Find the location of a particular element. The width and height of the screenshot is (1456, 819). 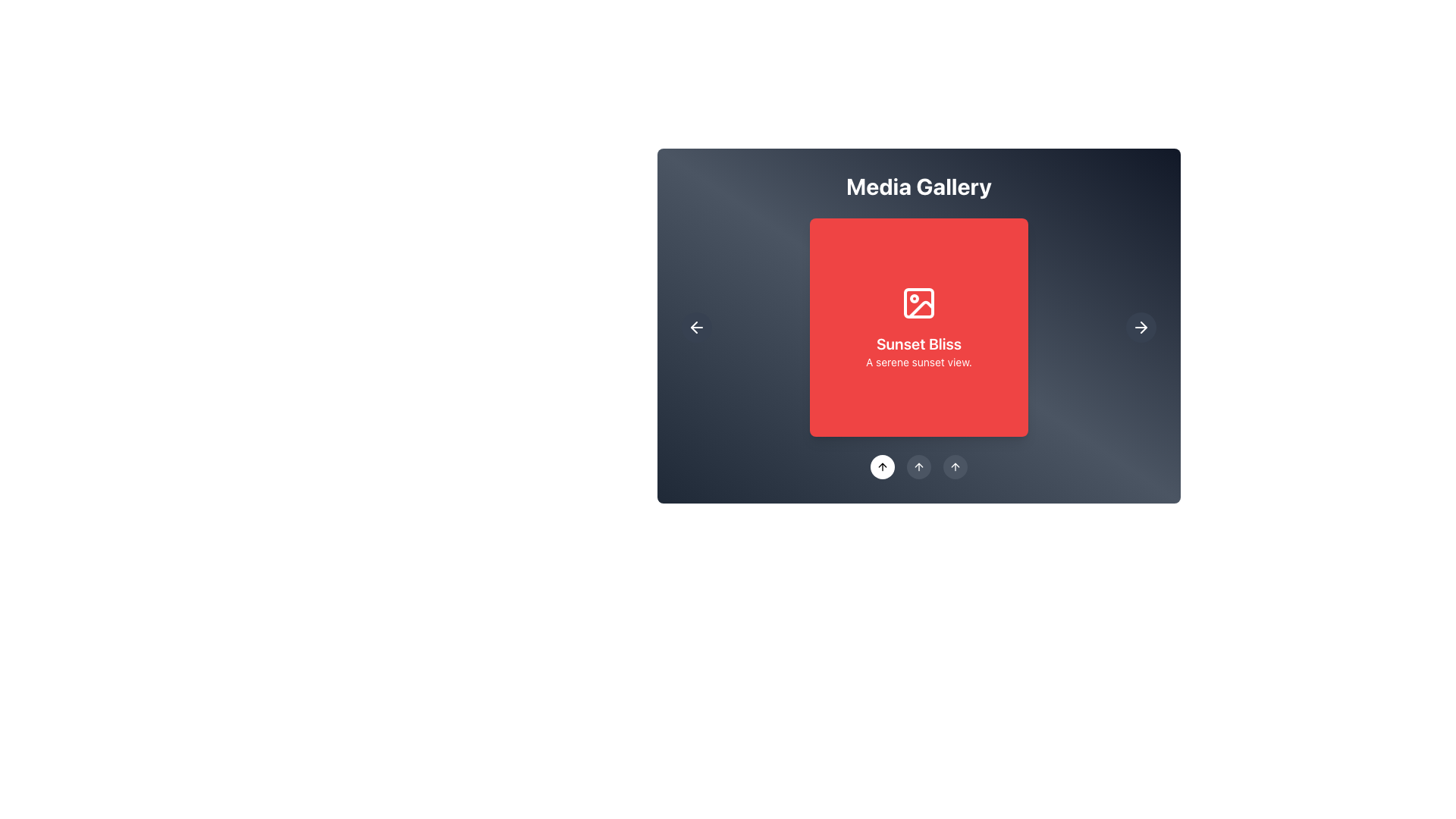

title text label located centrally in the highlighted red square component of the 'Media Gallery' interface, positioned above the subtitle 'A serene sunset view.' is located at coordinates (918, 344).